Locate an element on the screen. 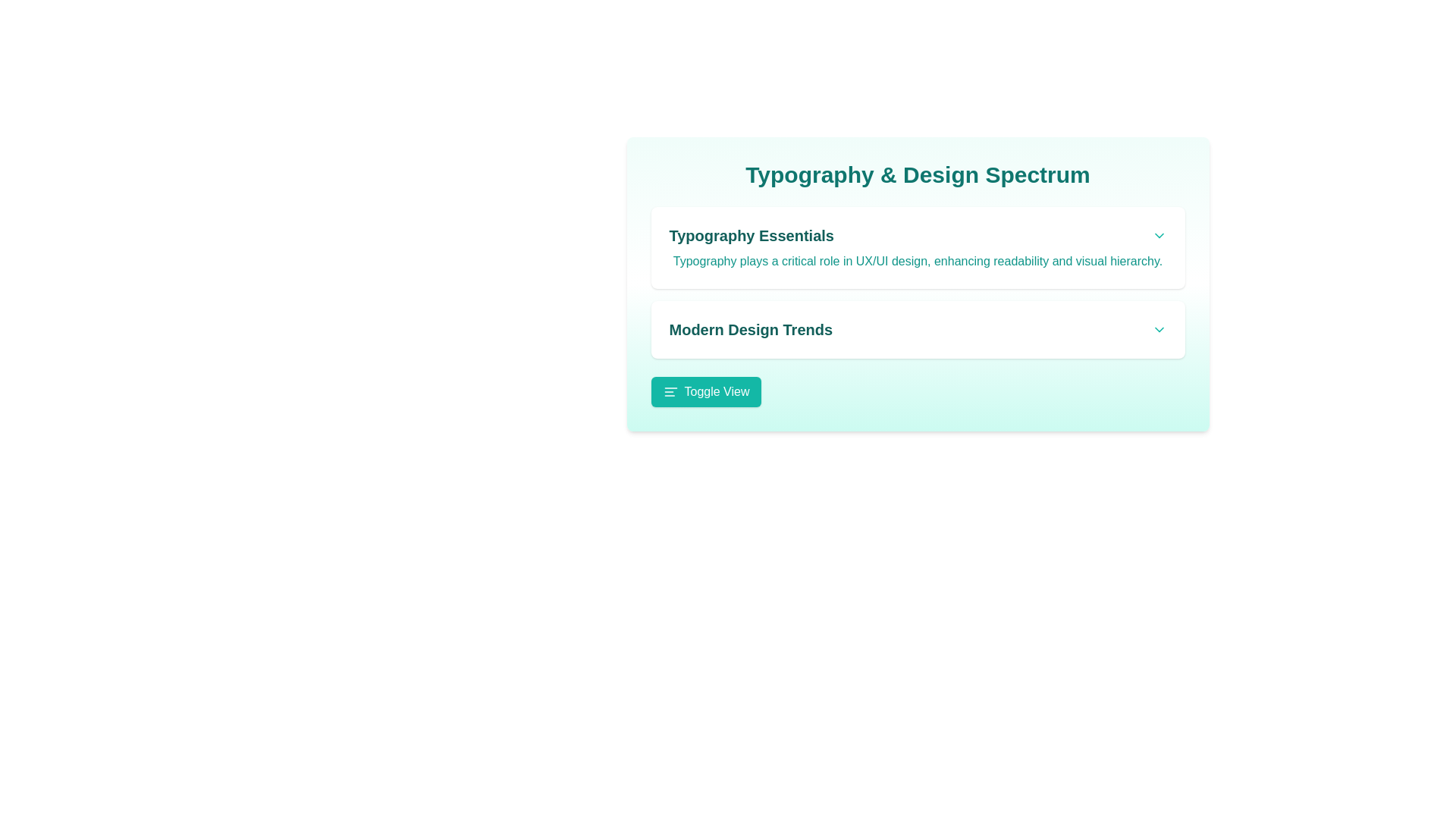 Image resolution: width=1456 pixels, height=819 pixels. the text 'Modern Design Trends' displayed in a bold teal font is located at coordinates (751, 329).